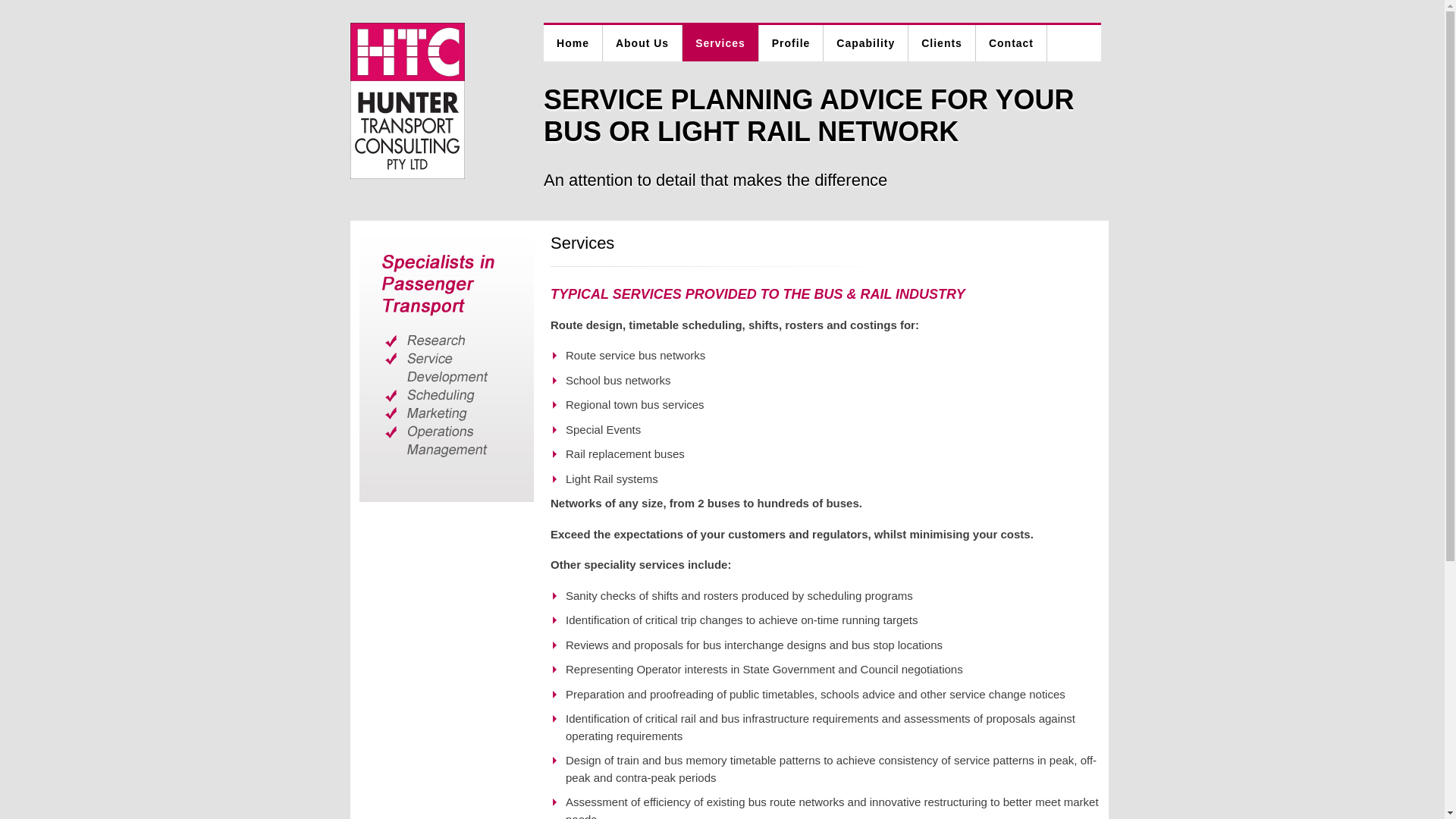 The width and height of the screenshot is (1456, 819). Describe the element at coordinates (720, 42) in the screenshot. I see `'Services'` at that location.